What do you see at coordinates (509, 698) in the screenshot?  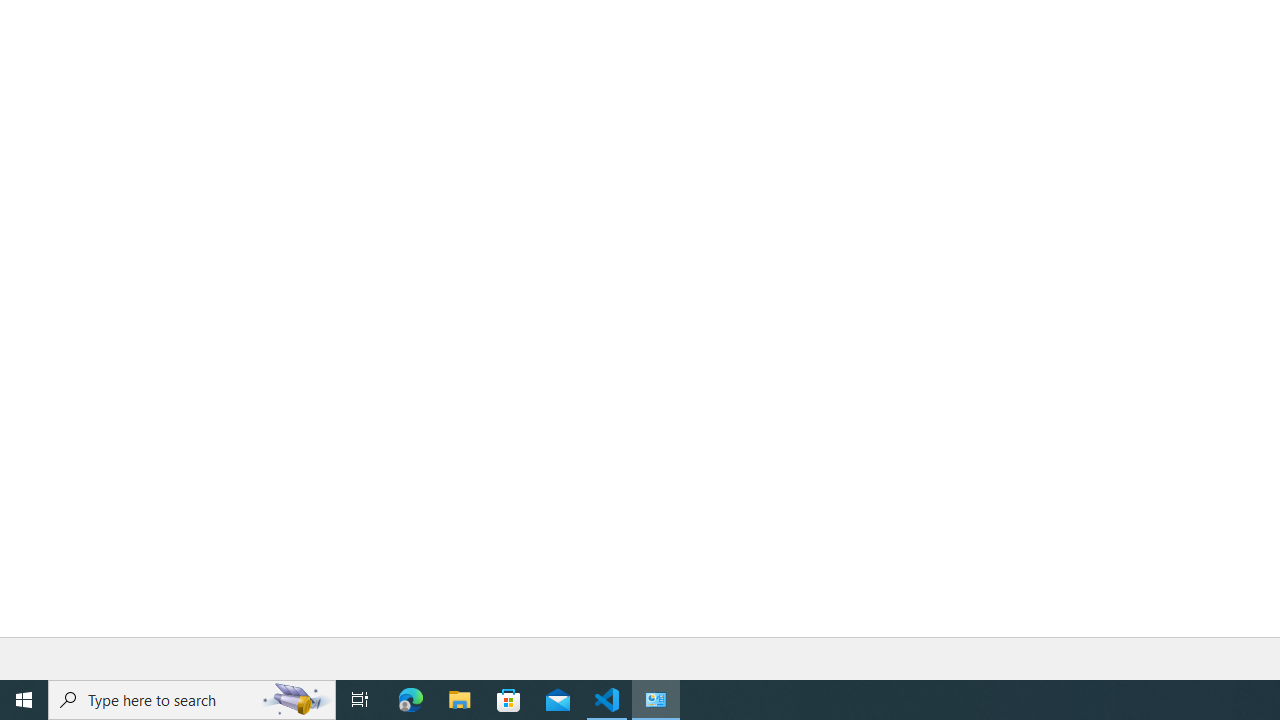 I see `'Microsoft Store'` at bounding box center [509, 698].